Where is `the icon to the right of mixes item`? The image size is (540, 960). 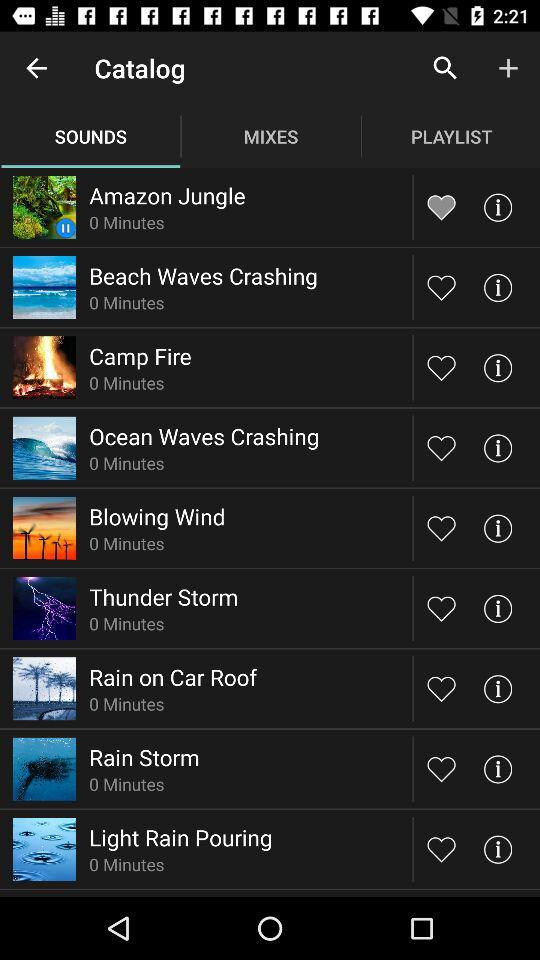 the icon to the right of mixes item is located at coordinates (445, 68).